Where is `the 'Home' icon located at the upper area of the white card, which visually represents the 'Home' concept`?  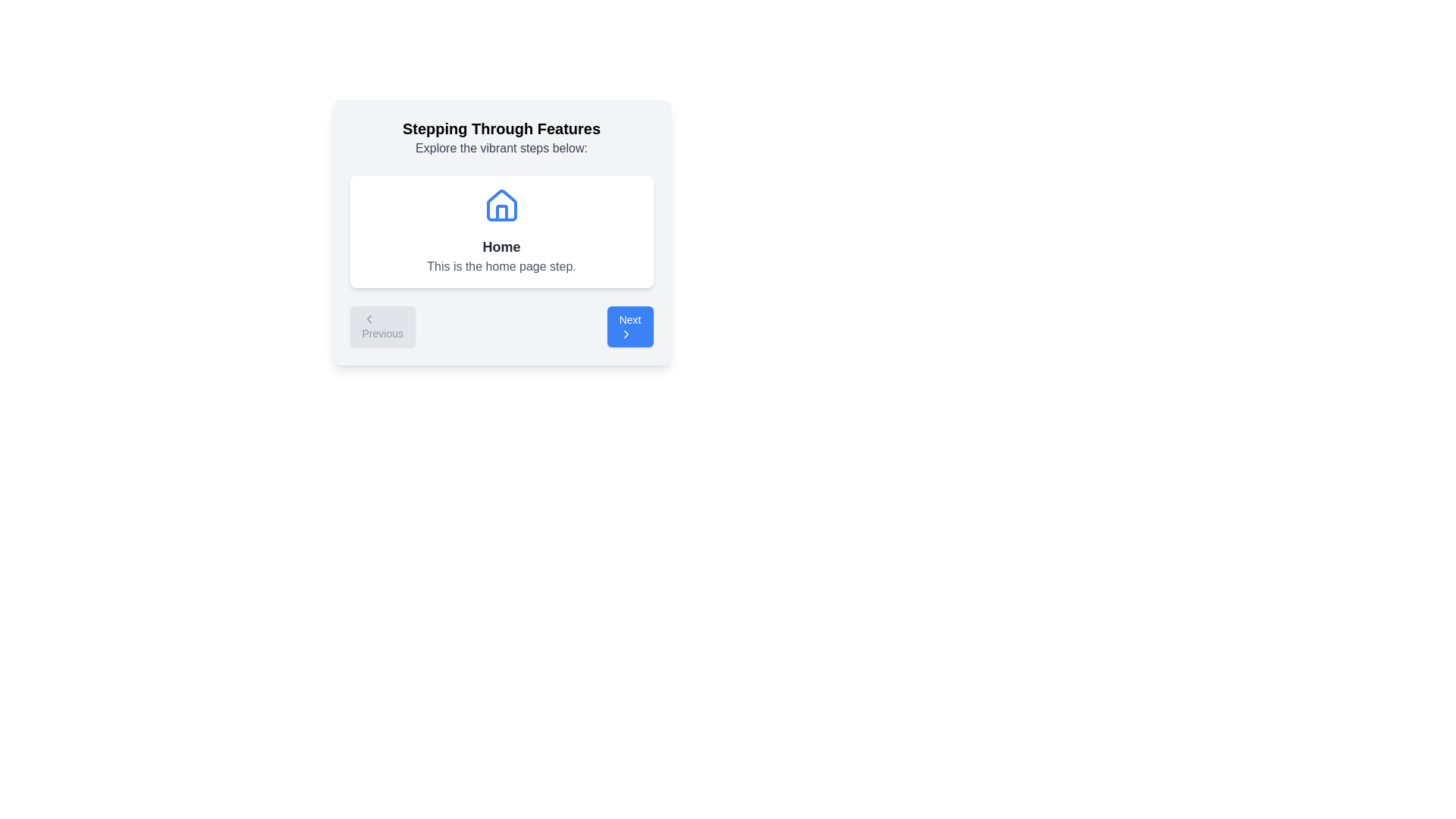 the 'Home' icon located at the upper area of the white card, which visually represents the 'Home' concept is located at coordinates (501, 206).